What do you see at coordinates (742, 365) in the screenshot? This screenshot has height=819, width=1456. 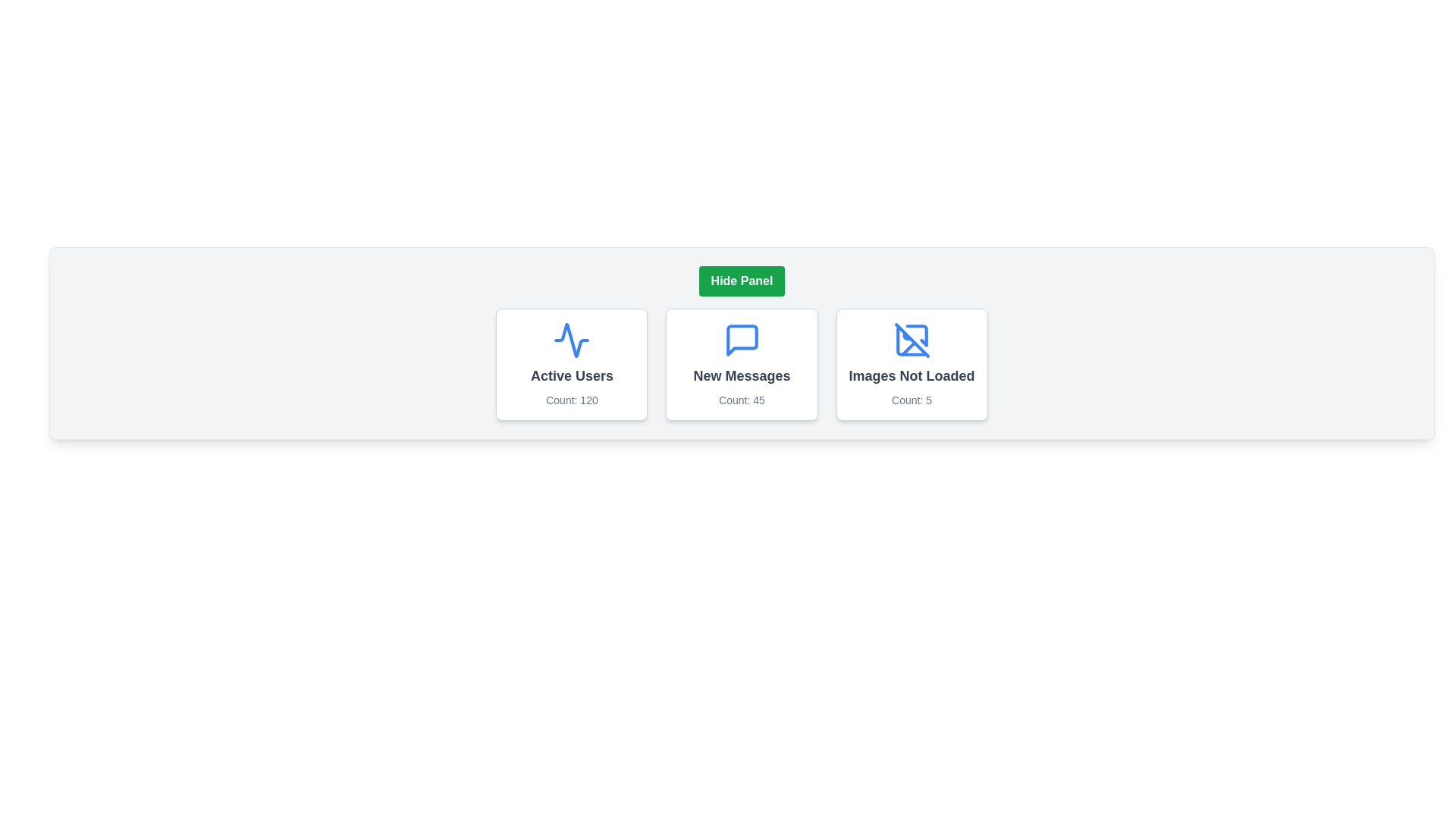 I see `the Information card that displays the count of new messages, located in the center column between the 'Active Users' and 'Images Not Loaded' cards` at bounding box center [742, 365].